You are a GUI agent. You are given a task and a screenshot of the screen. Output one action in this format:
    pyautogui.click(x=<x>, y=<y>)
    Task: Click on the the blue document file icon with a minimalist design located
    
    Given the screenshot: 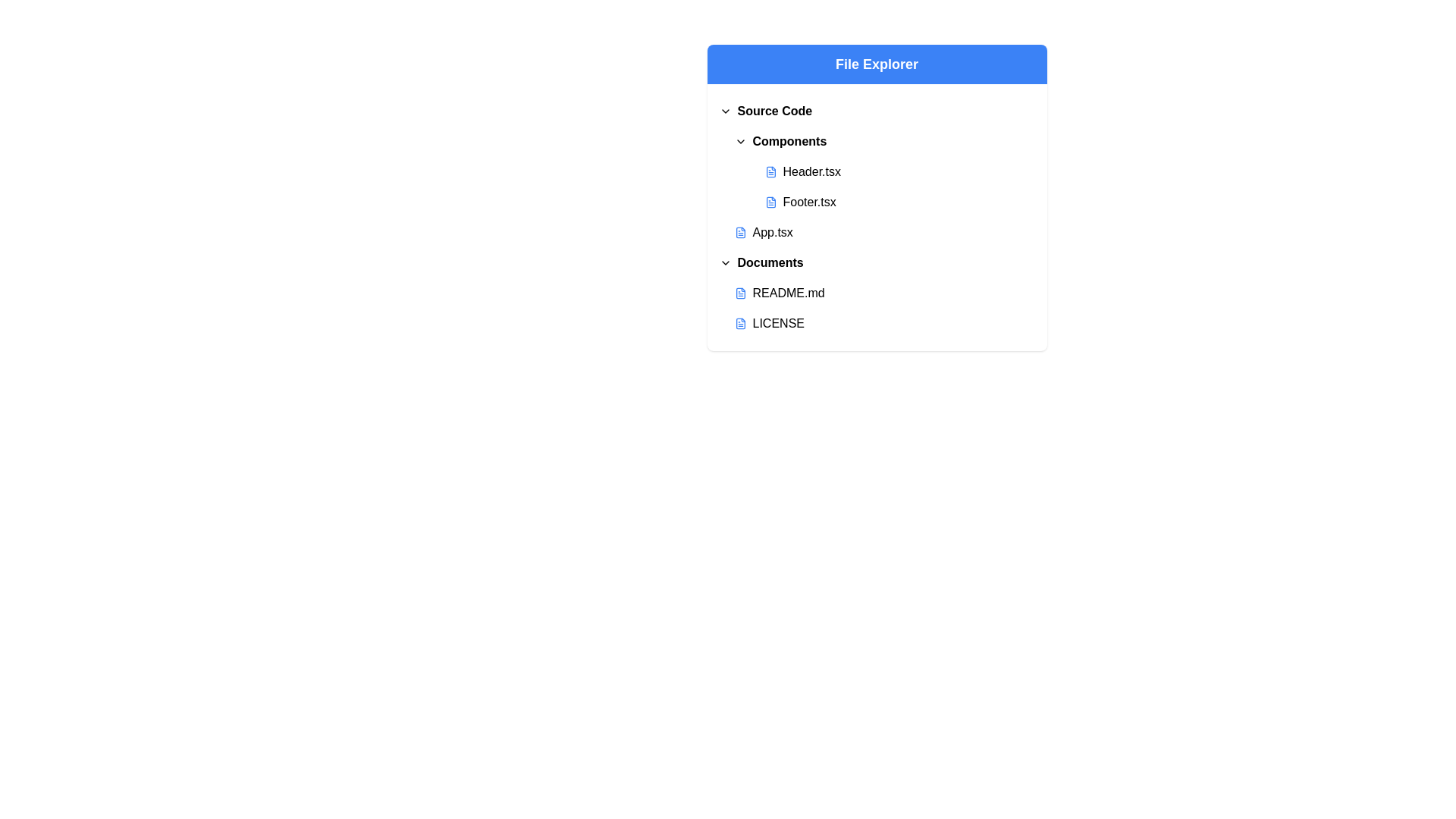 What is the action you would take?
    pyautogui.click(x=740, y=323)
    